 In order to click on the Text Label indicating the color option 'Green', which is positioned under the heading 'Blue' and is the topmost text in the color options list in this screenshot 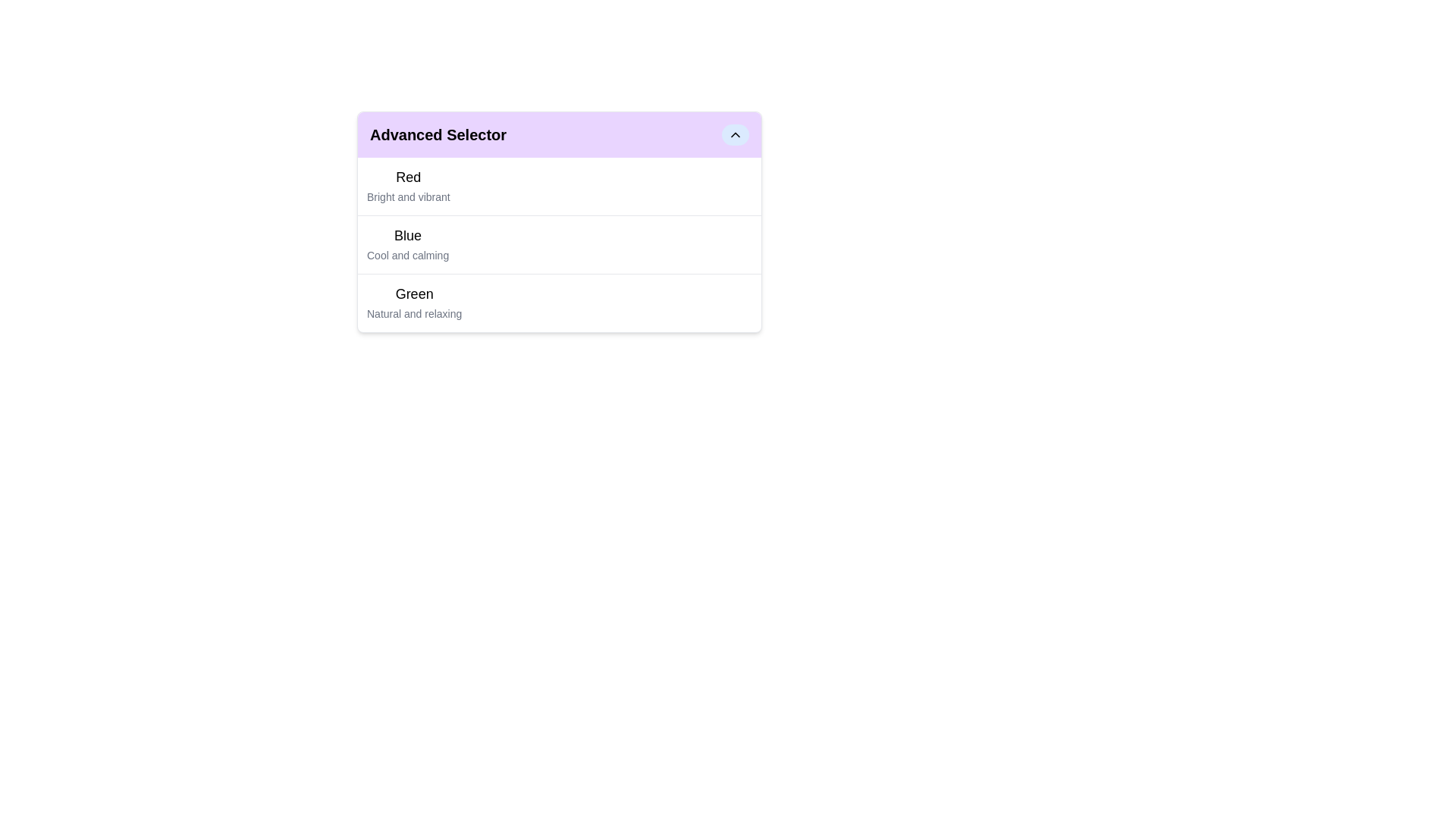, I will do `click(414, 294)`.